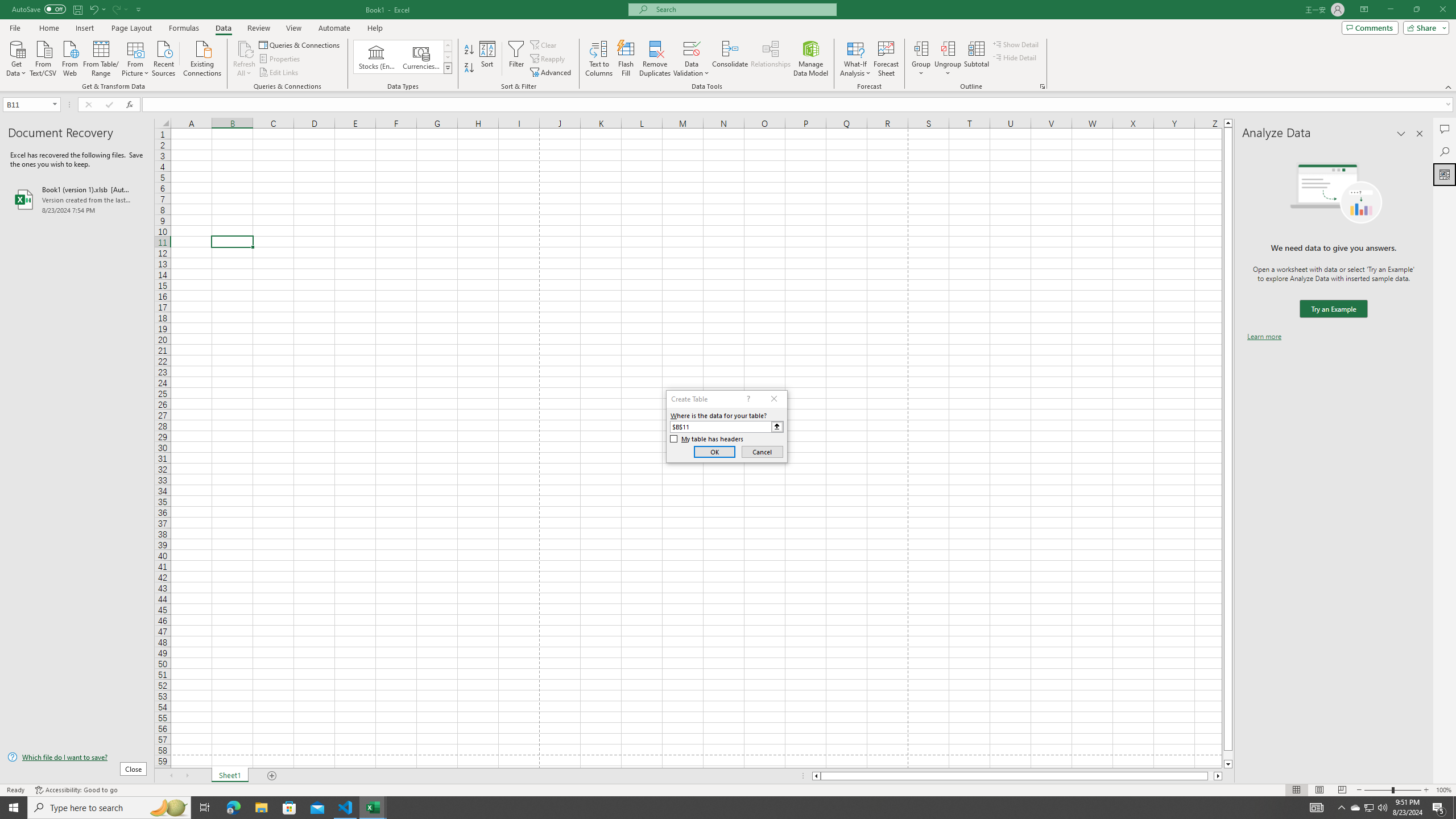  I want to click on 'Currencies (English)', so click(420, 56).